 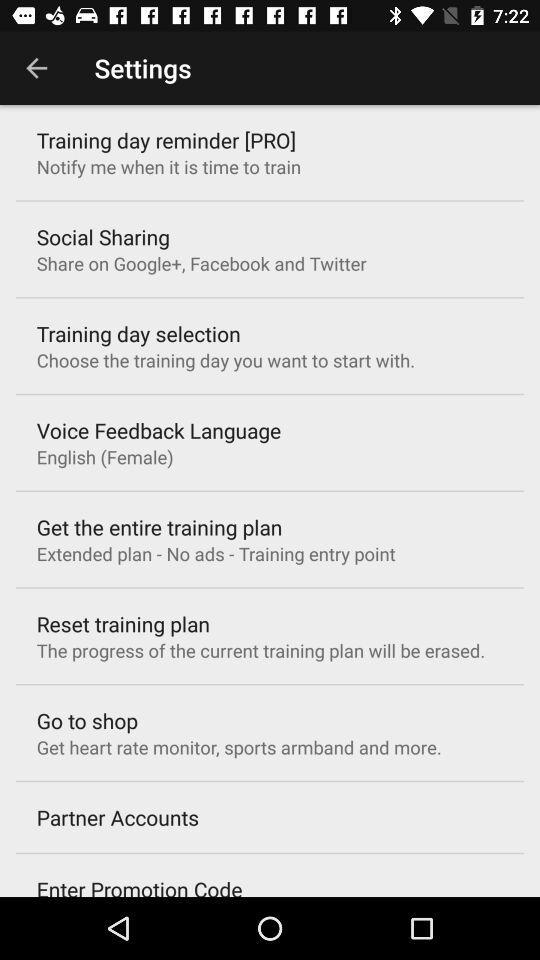 I want to click on icon below reset training plan item, so click(x=260, y=649).